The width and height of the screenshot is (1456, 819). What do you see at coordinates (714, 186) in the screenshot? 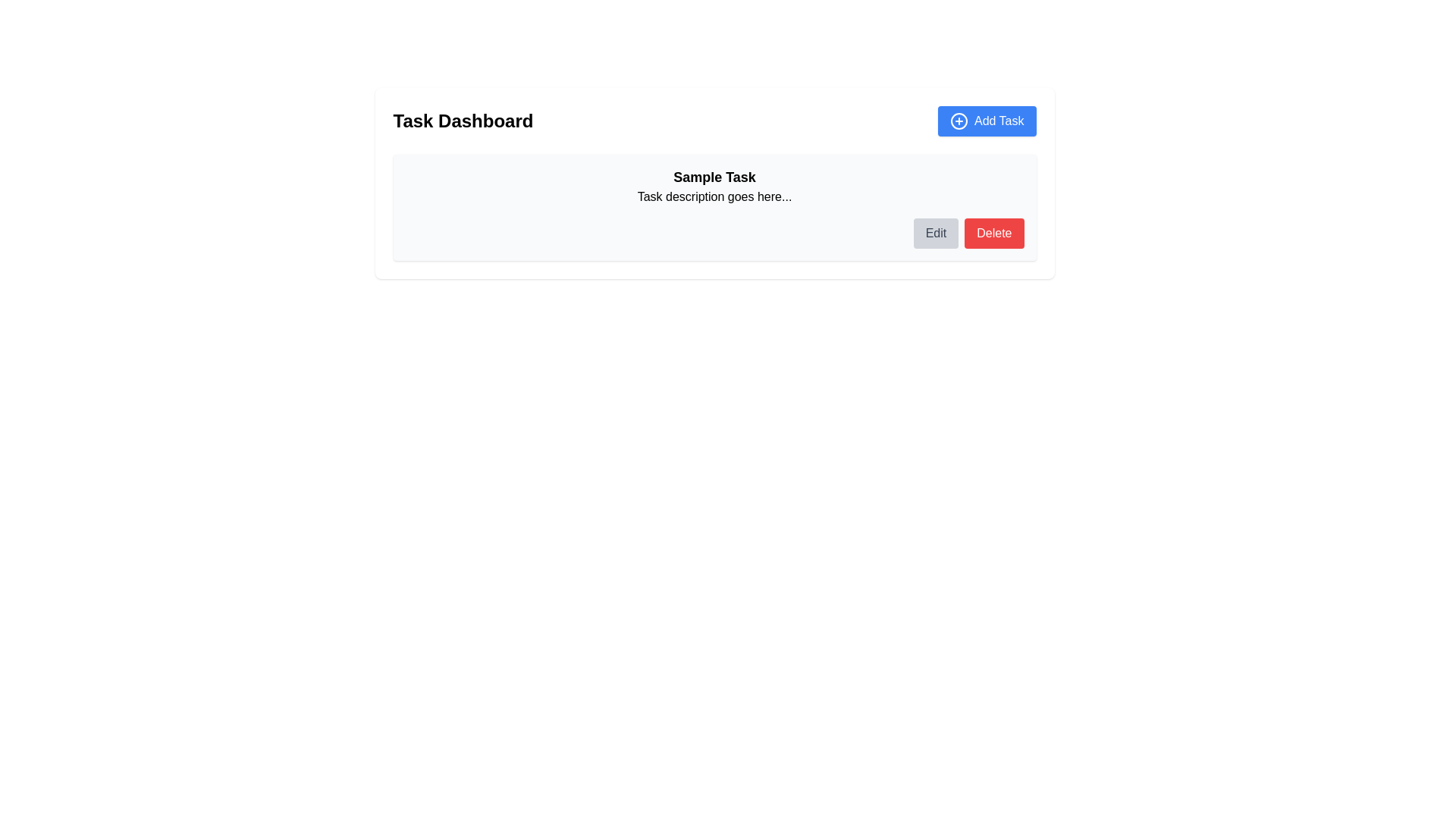
I see `the text block that provides the title and description of a task item within the task management interface to select and copy the content` at bounding box center [714, 186].